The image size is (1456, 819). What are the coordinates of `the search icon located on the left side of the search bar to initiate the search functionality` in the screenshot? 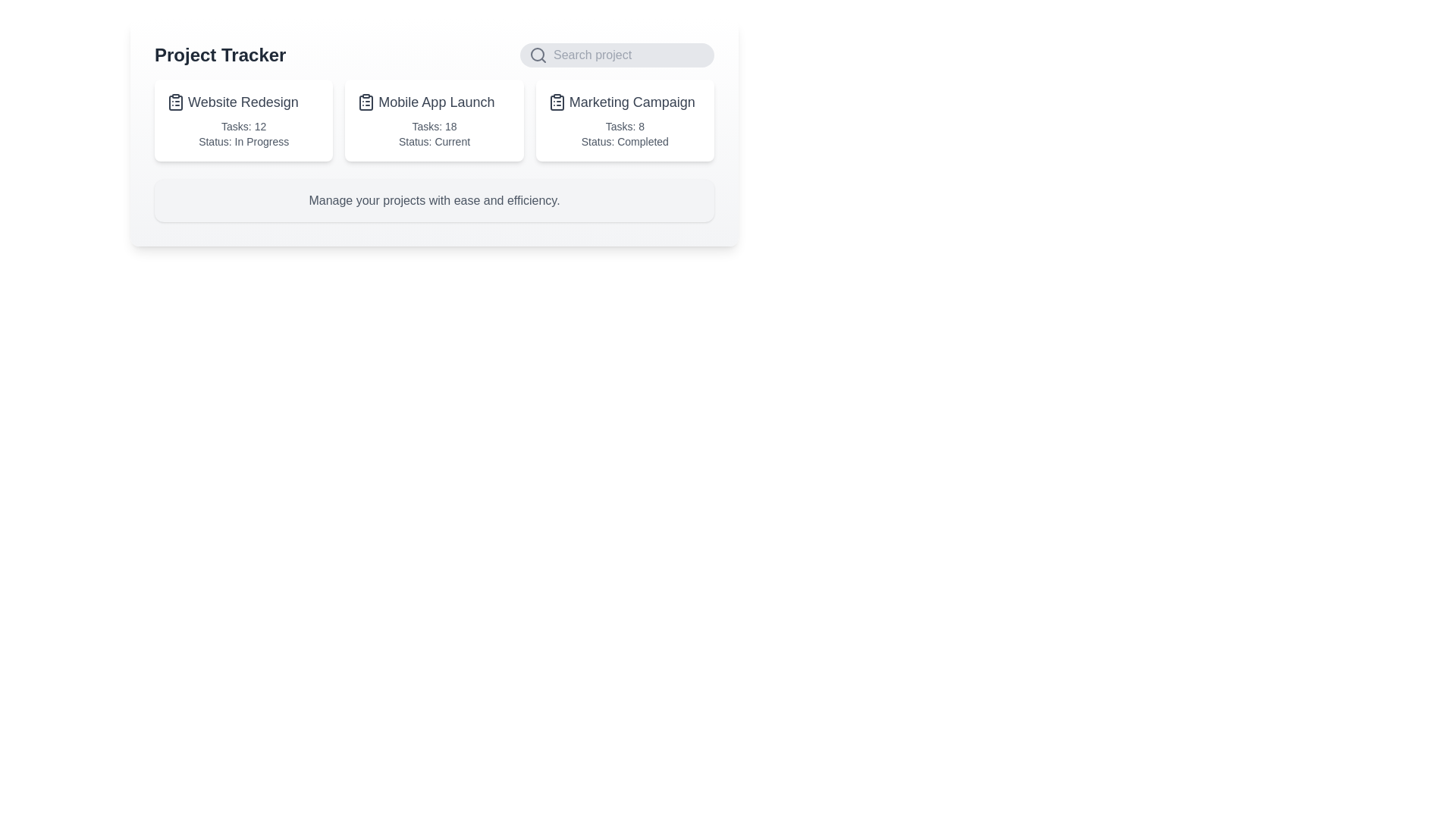 It's located at (538, 55).